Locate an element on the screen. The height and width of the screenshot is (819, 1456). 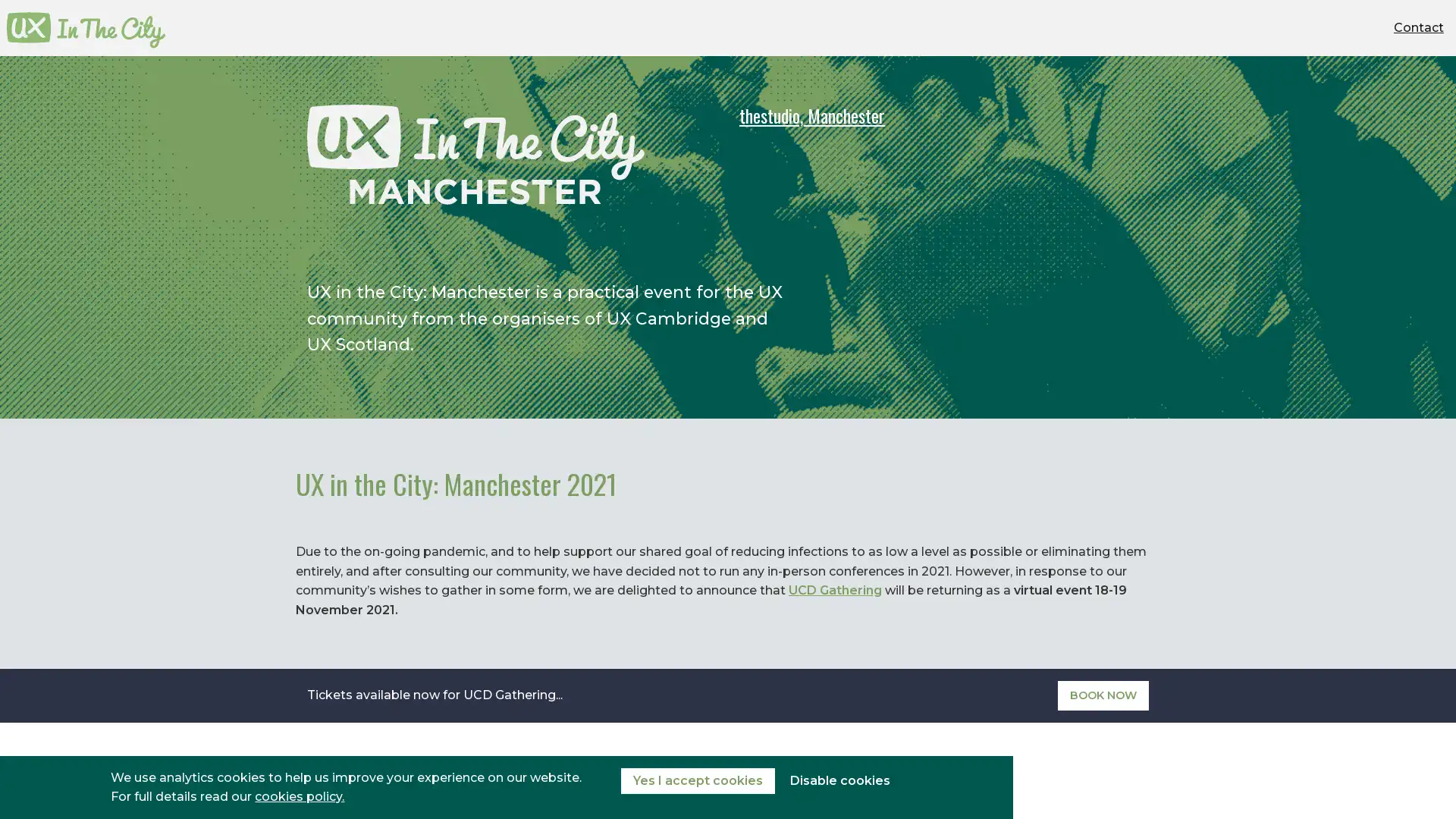
Yes I accept cookies is located at coordinates (696, 780).